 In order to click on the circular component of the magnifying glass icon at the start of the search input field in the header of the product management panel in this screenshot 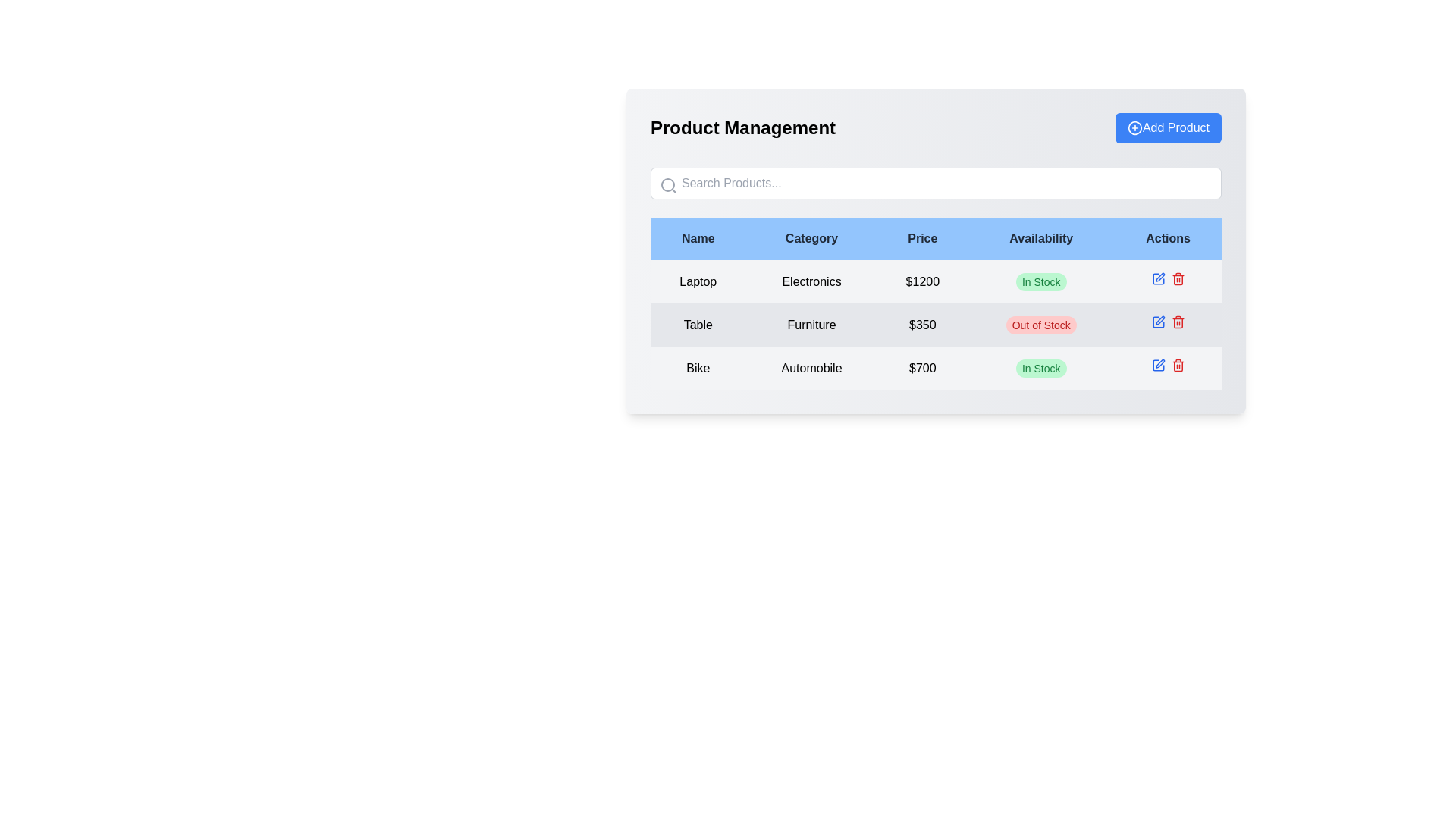, I will do `click(667, 184)`.